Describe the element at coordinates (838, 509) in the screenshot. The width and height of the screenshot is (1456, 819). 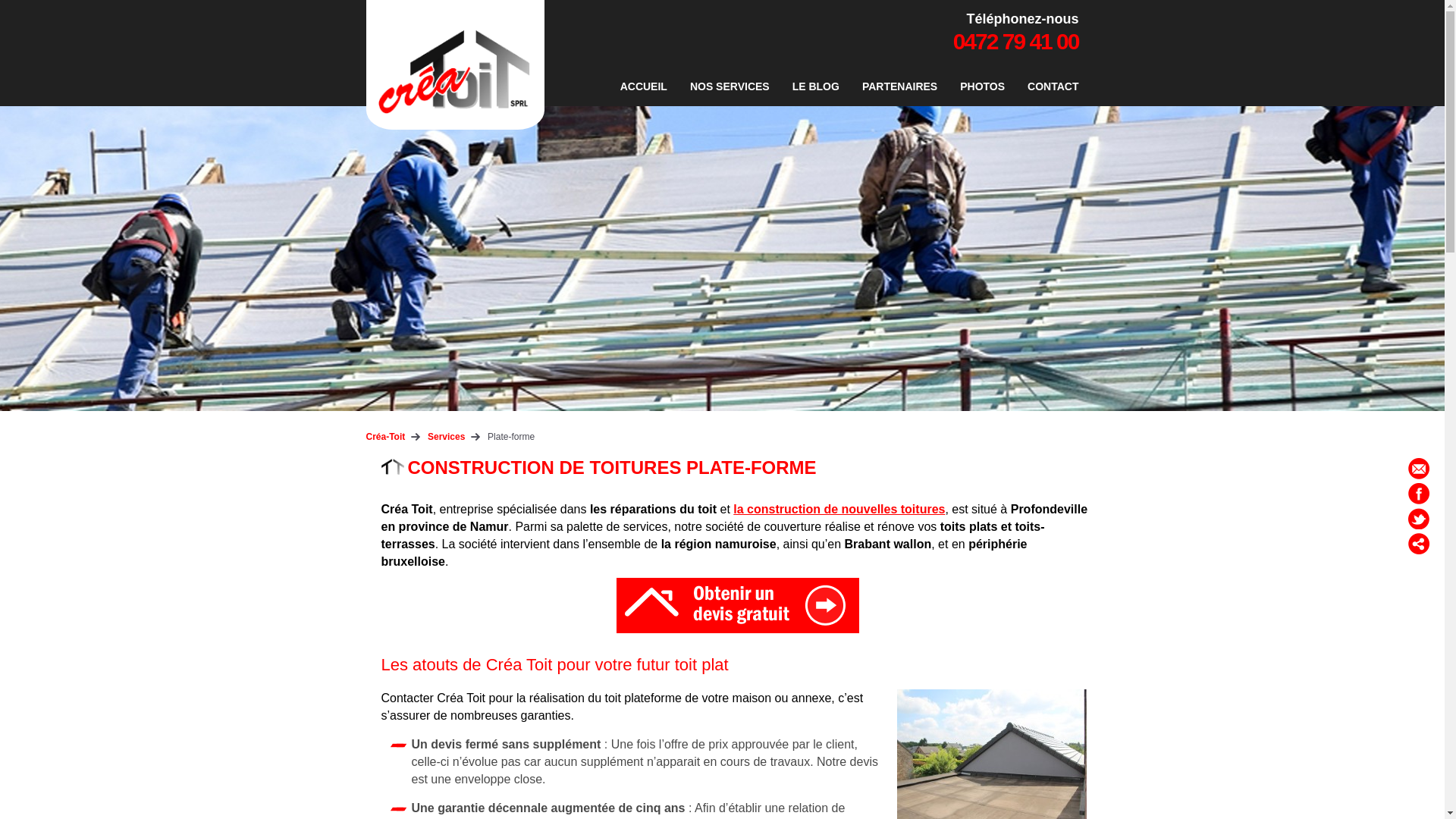
I see `'la construction de nouvelles toitures'` at that location.